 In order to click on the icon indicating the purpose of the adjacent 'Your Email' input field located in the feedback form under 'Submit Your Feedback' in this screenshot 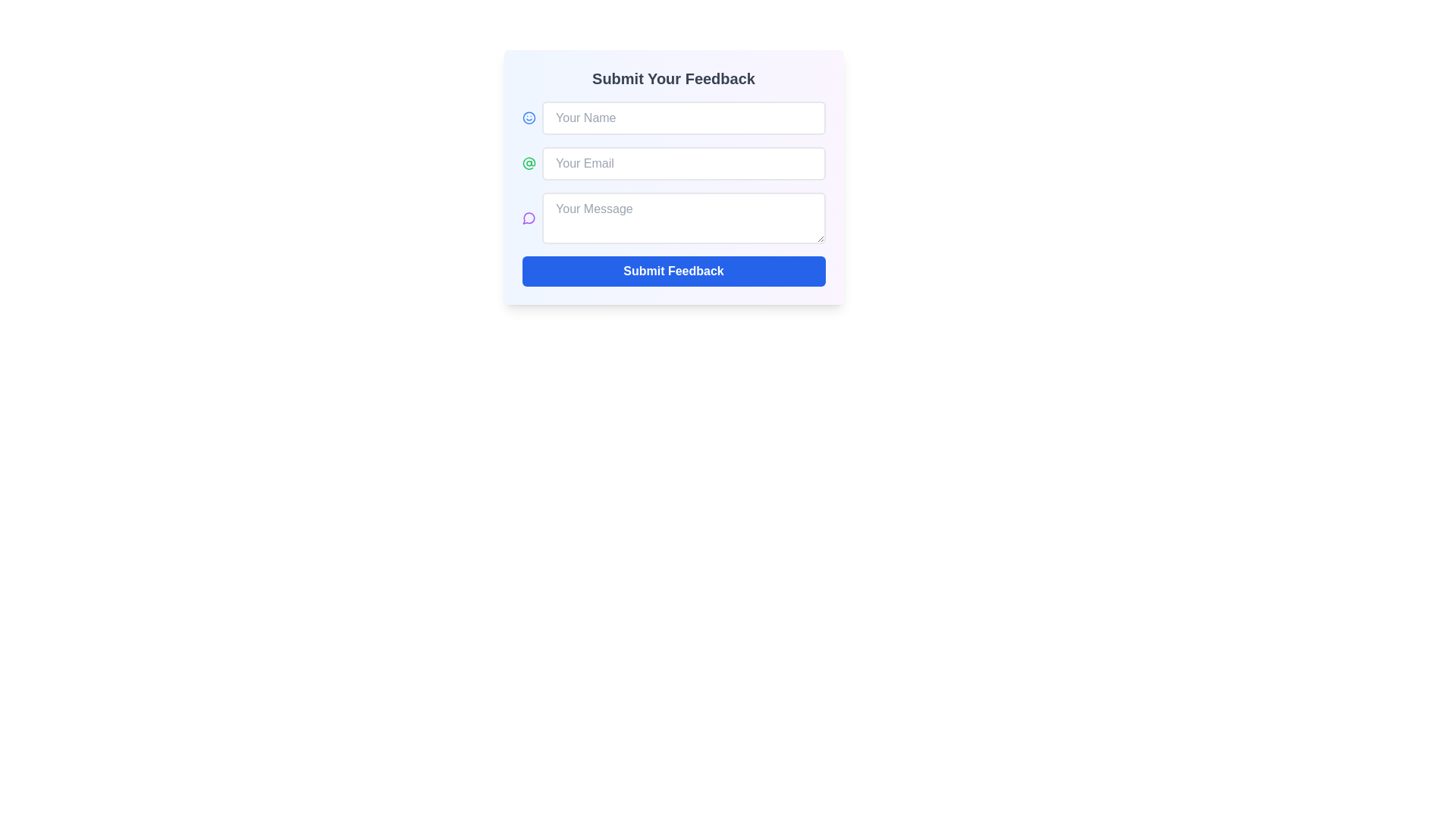, I will do `click(529, 164)`.